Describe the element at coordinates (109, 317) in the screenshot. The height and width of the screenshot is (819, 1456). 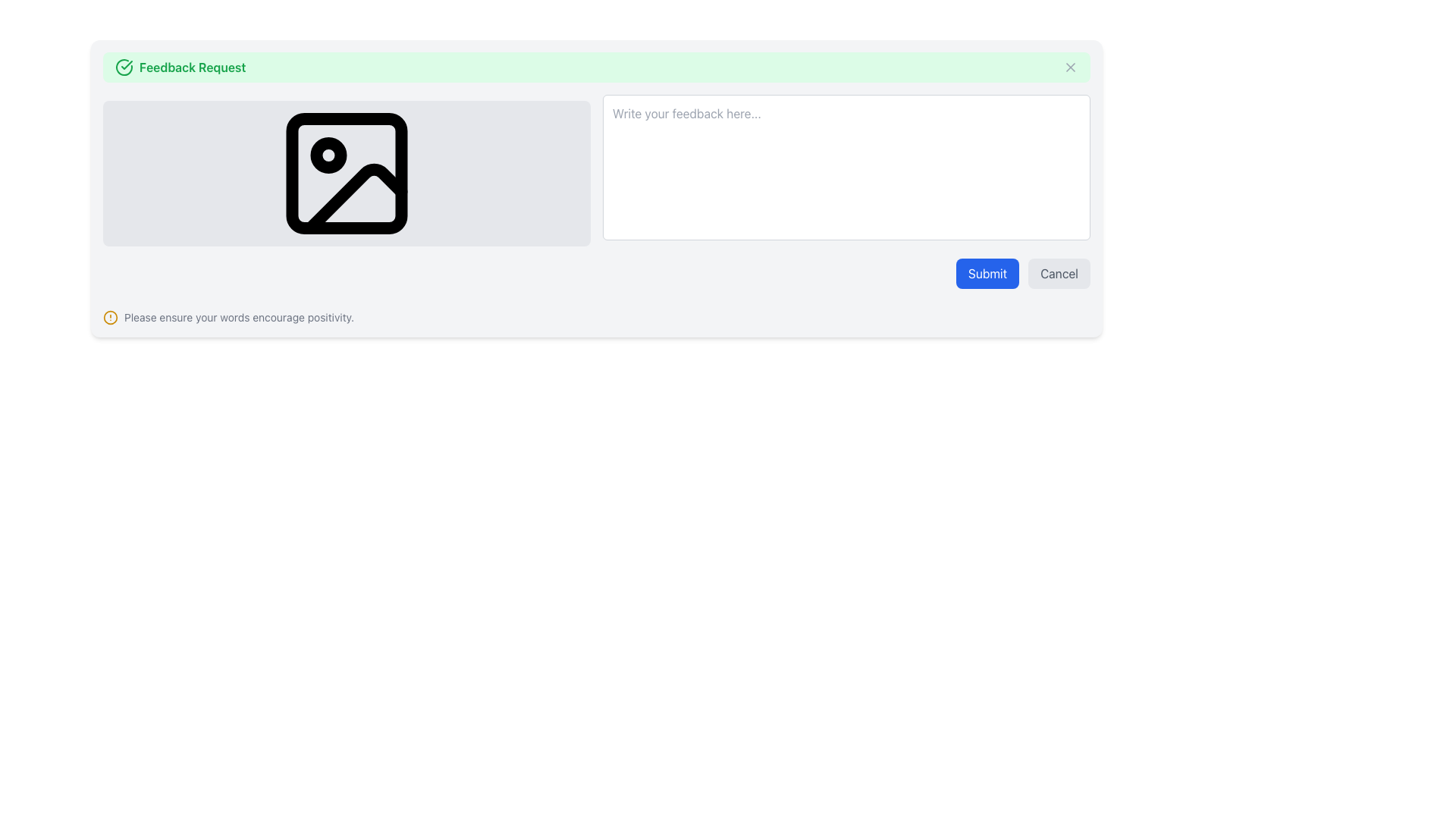
I see `the foundational circular base of the warning icon located at the bottom-left of the feedback interface` at that location.